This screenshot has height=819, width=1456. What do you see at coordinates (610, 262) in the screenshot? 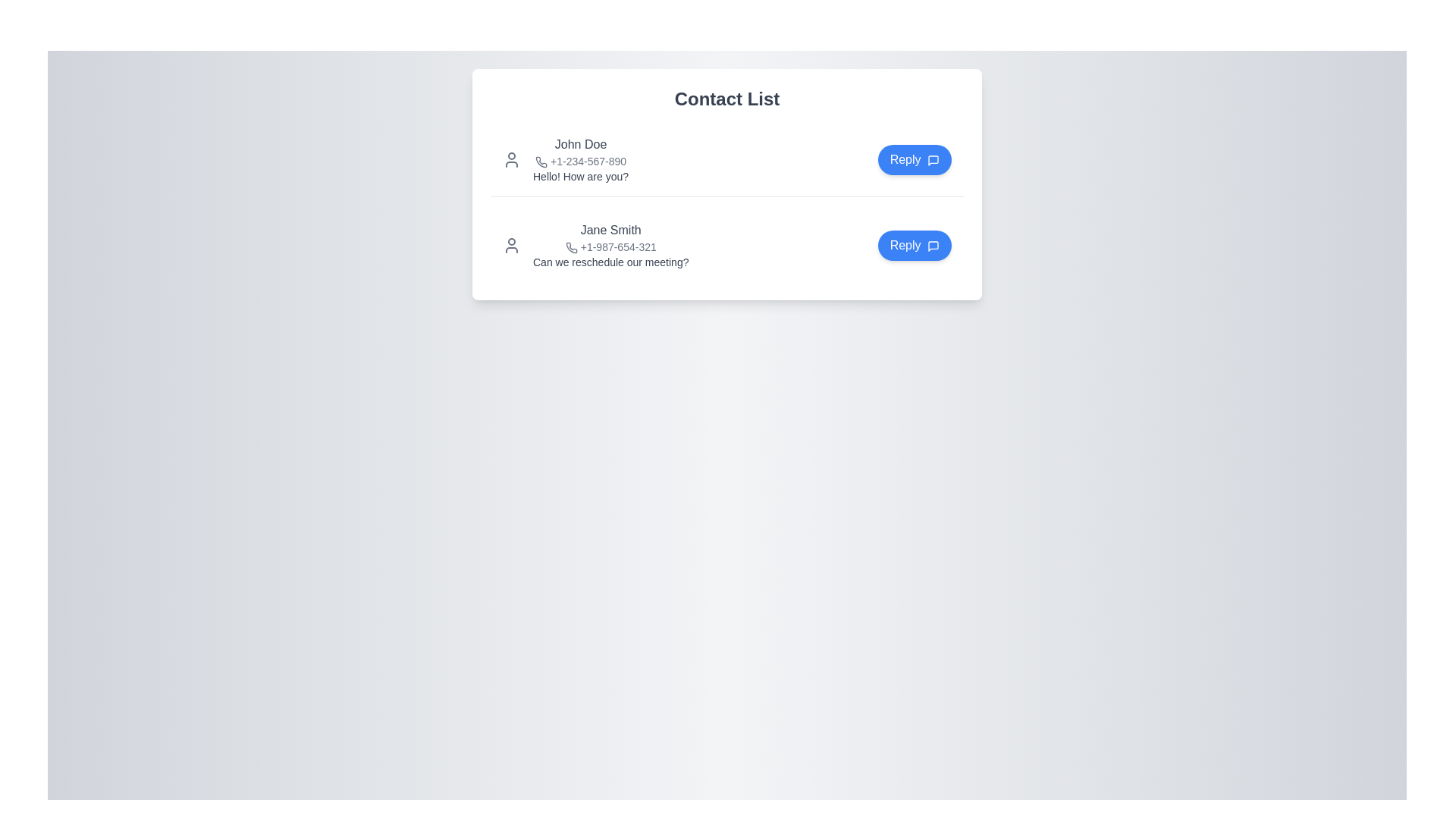
I see `text content displayed in the Text Display element associated with the contact Jane Smith, located beneath the subtitle line '+1-987-654-321'` at bounding box center [610, 262].